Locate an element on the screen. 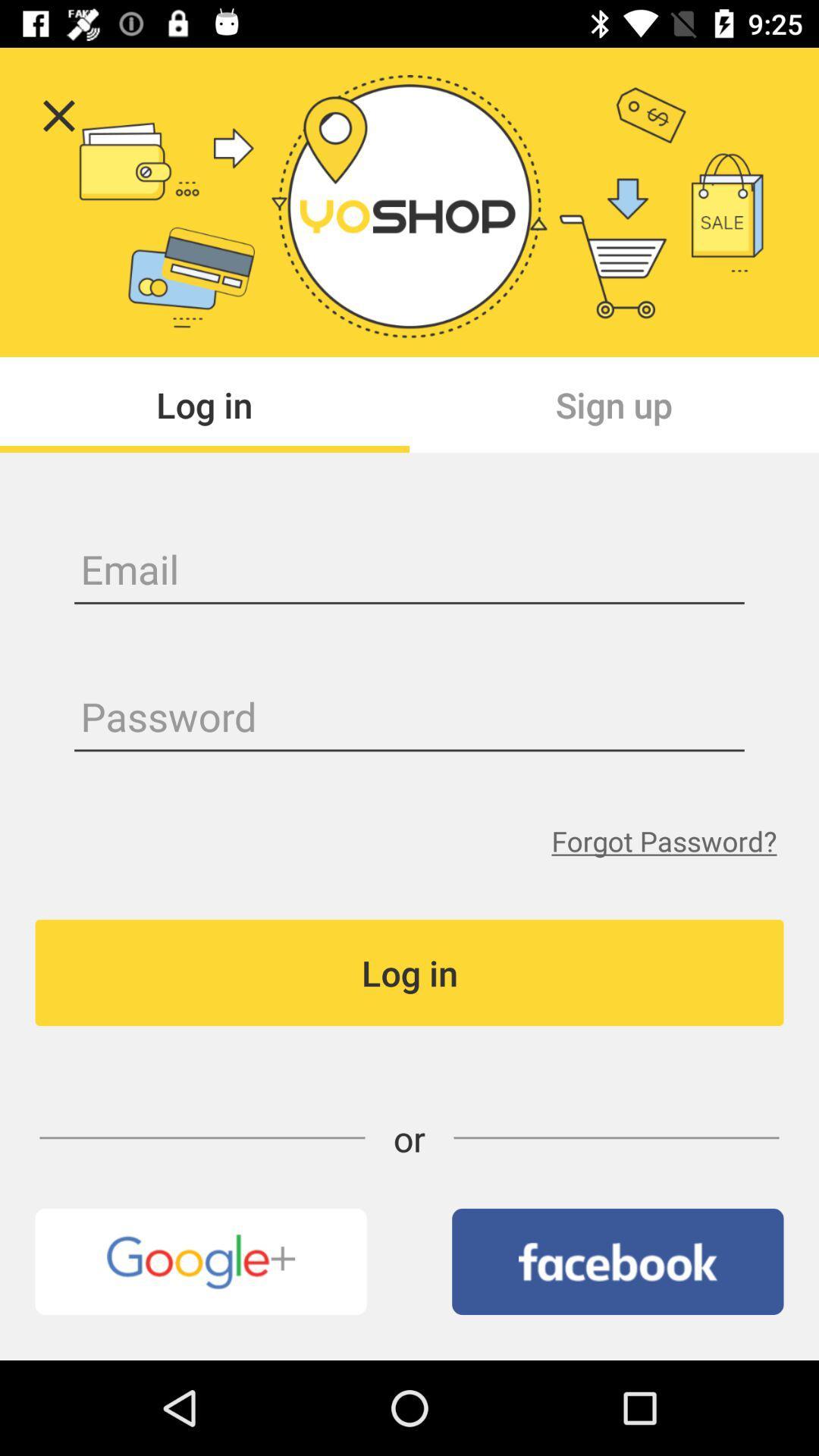 This screenshot has height=1456, width=819. the  forgot password?  item is located at coordinates (663, 840).